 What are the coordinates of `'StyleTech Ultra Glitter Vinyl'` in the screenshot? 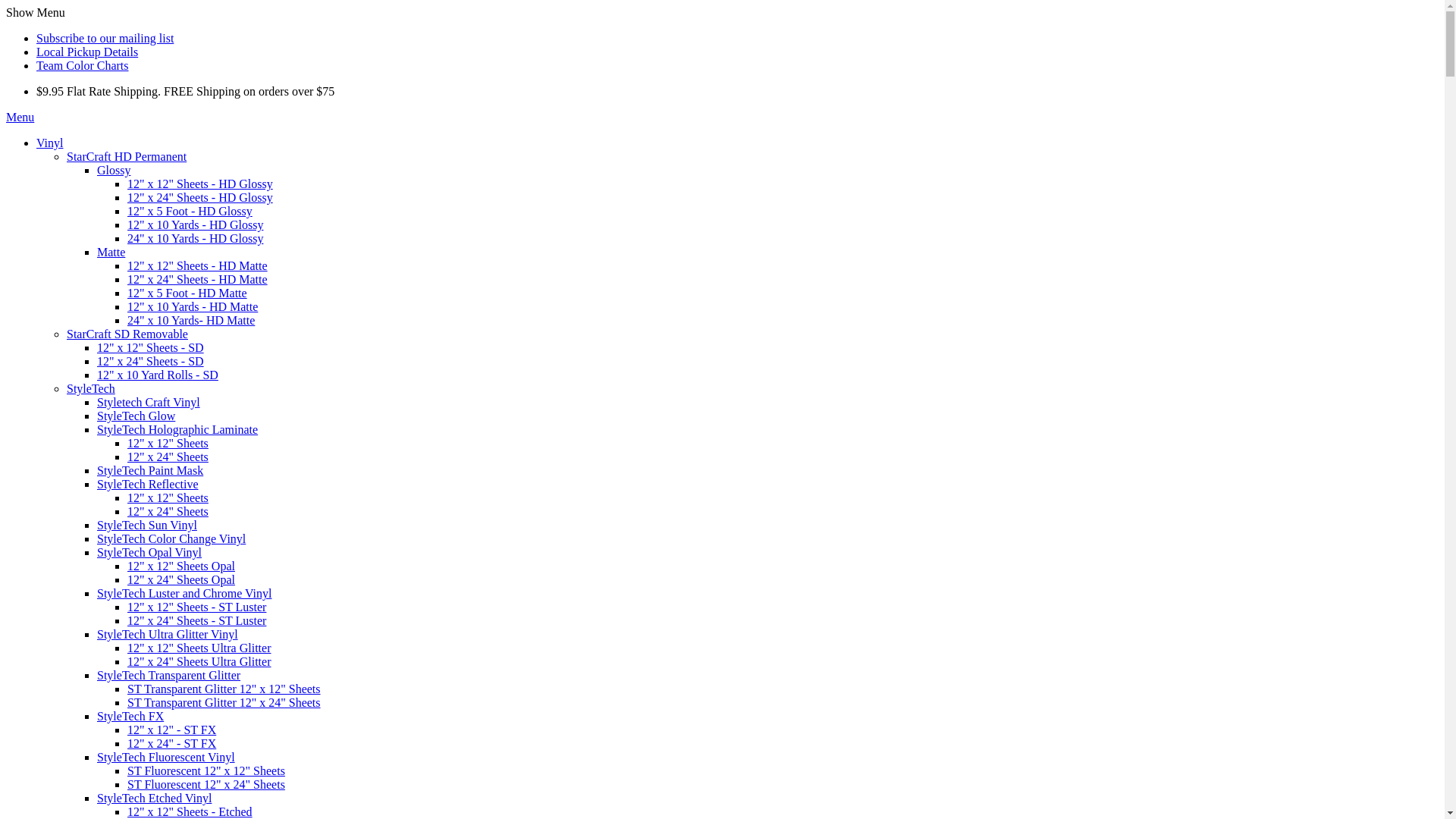 It's located at (167, 634).